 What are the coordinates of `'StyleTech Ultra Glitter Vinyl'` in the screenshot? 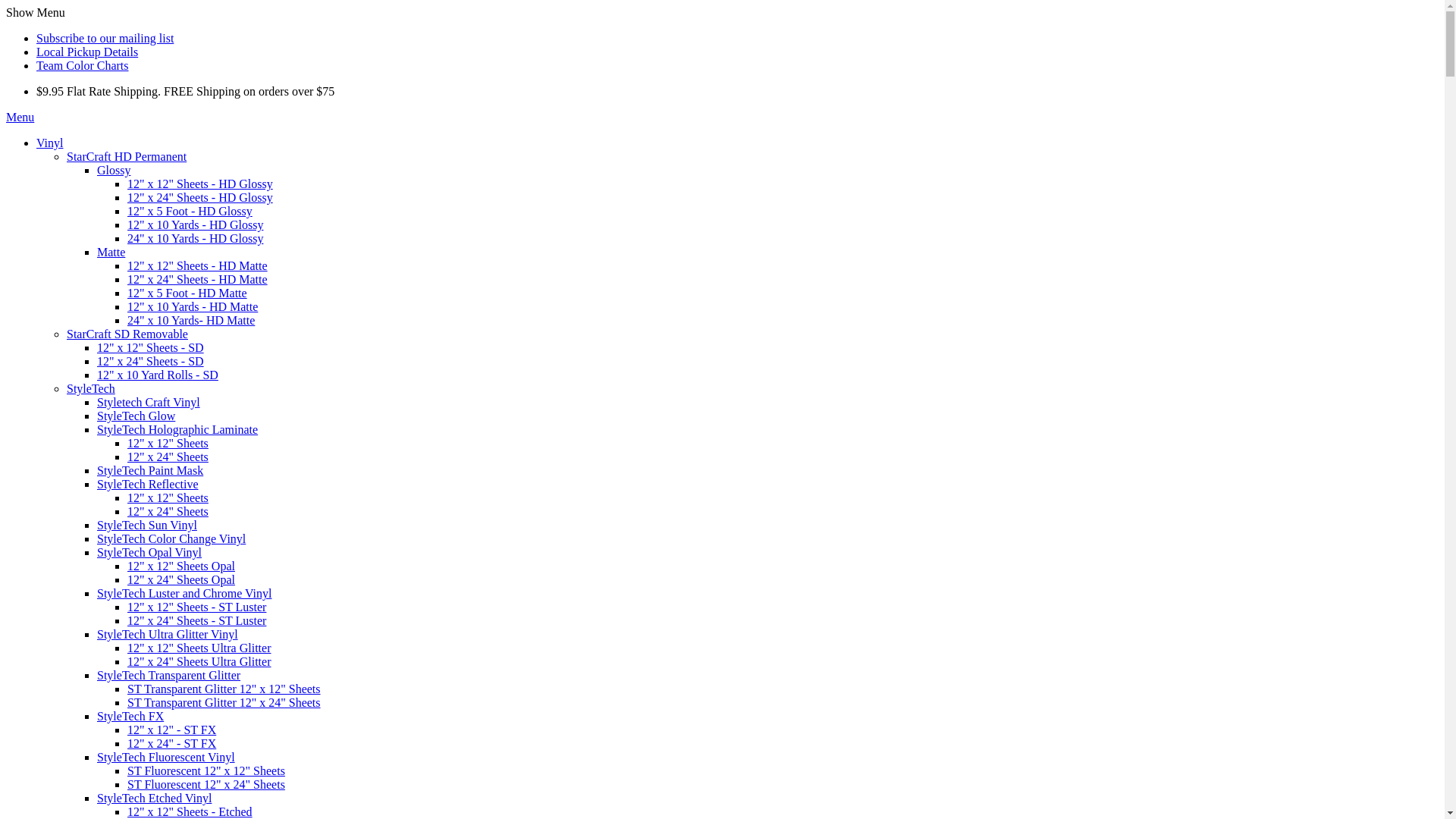 It's located at (167, 634).